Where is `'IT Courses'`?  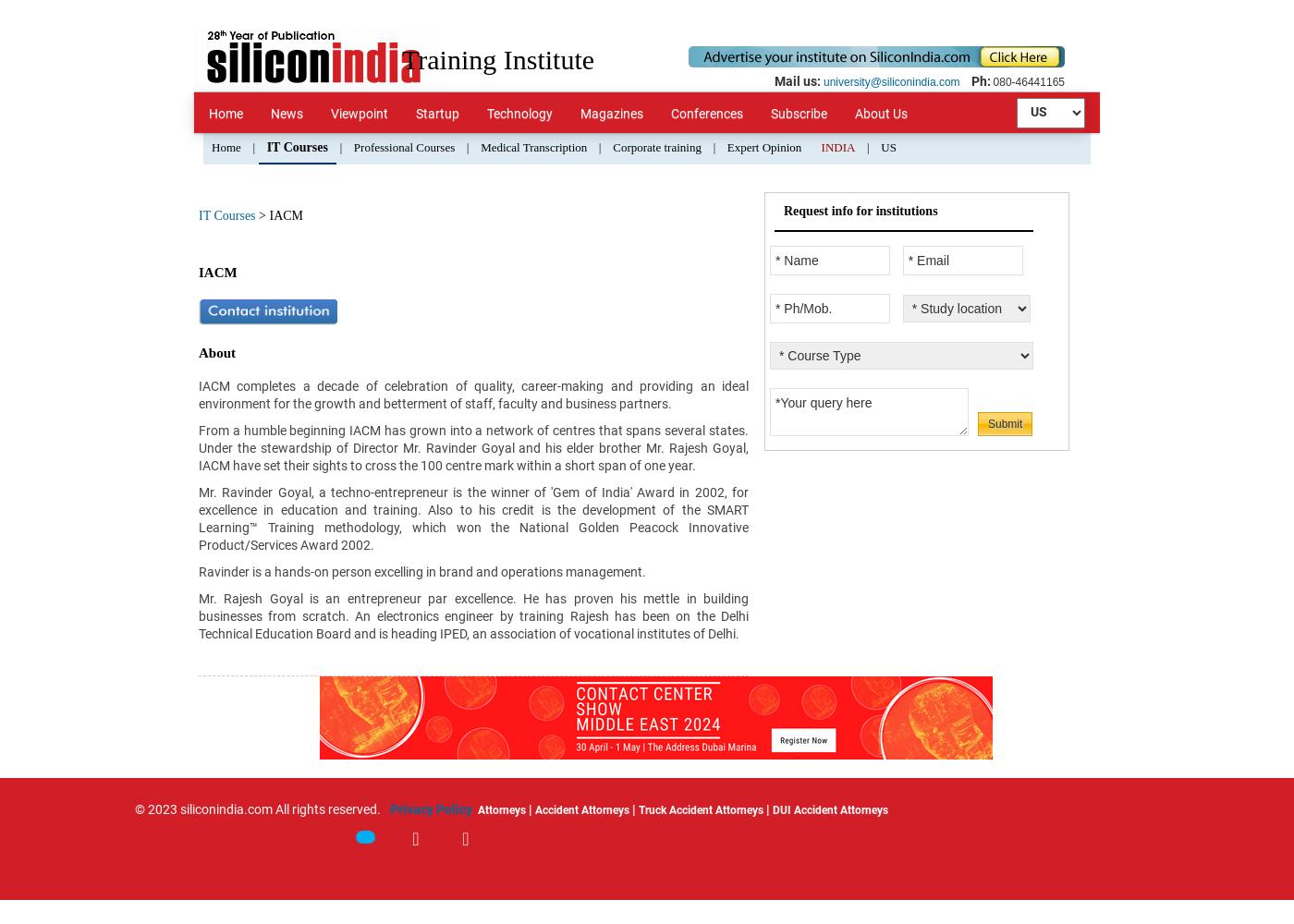
'IT Courses' is located at coordinates (265, 147).